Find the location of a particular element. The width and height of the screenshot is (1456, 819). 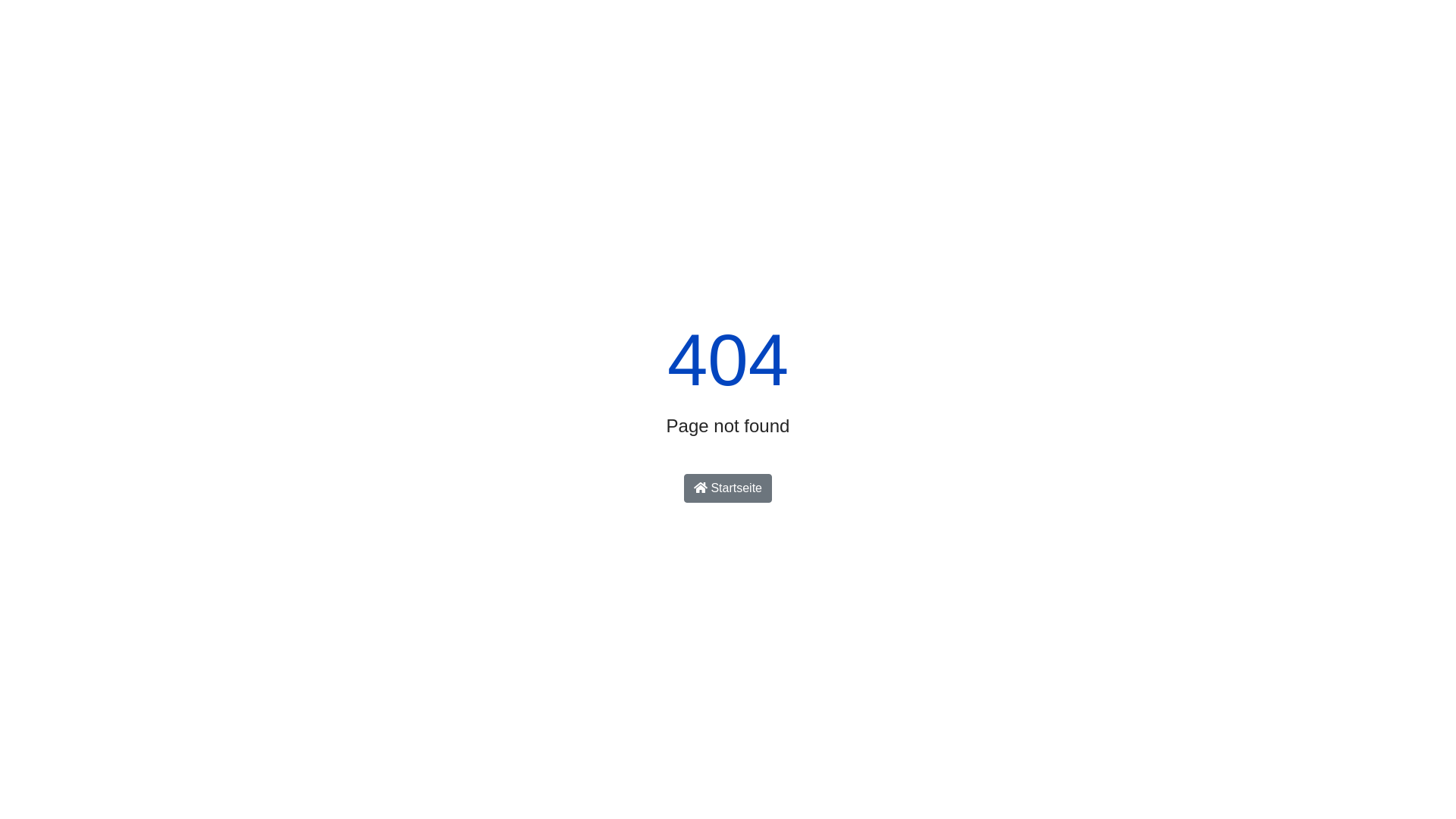

'Startseite' is located at coordinates (728, 488).